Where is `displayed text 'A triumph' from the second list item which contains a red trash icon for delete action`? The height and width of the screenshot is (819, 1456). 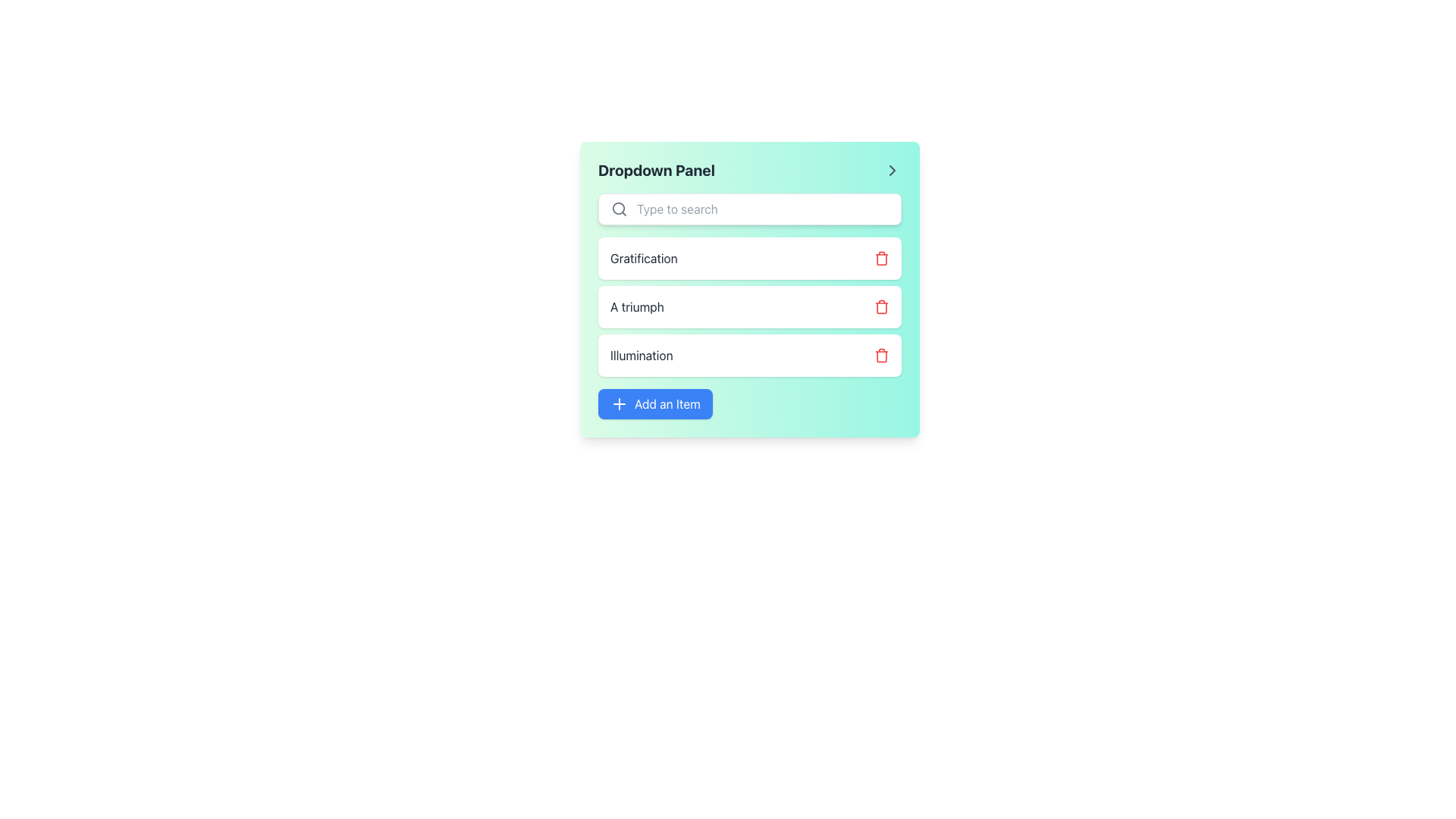 displayed text 'A triumph' from the second list item which contains a red trash icon for delete action is located at coordinates (749, 307).